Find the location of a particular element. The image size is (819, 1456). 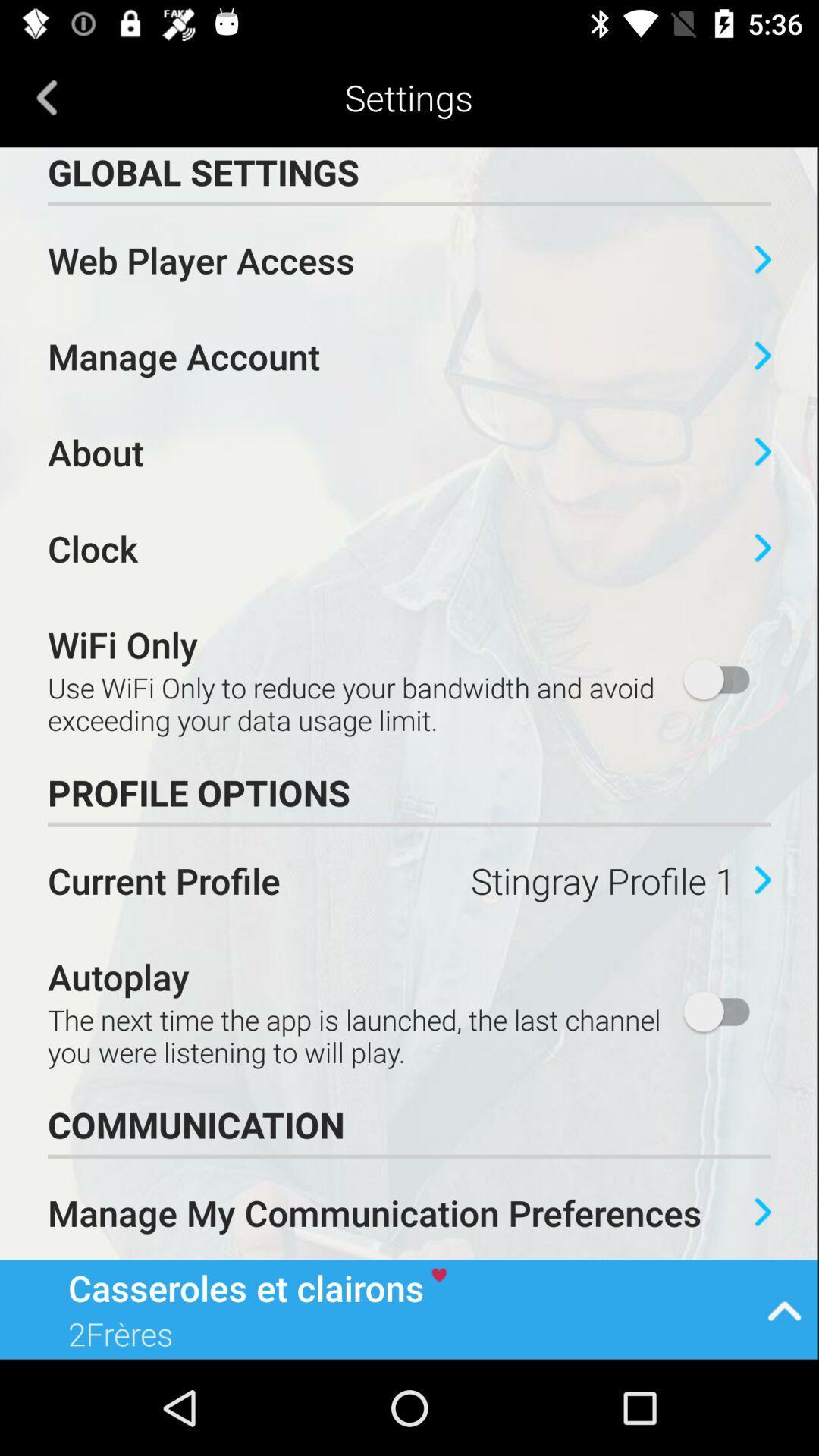

the arrow_backward icon is located at coordinates (46, 96).